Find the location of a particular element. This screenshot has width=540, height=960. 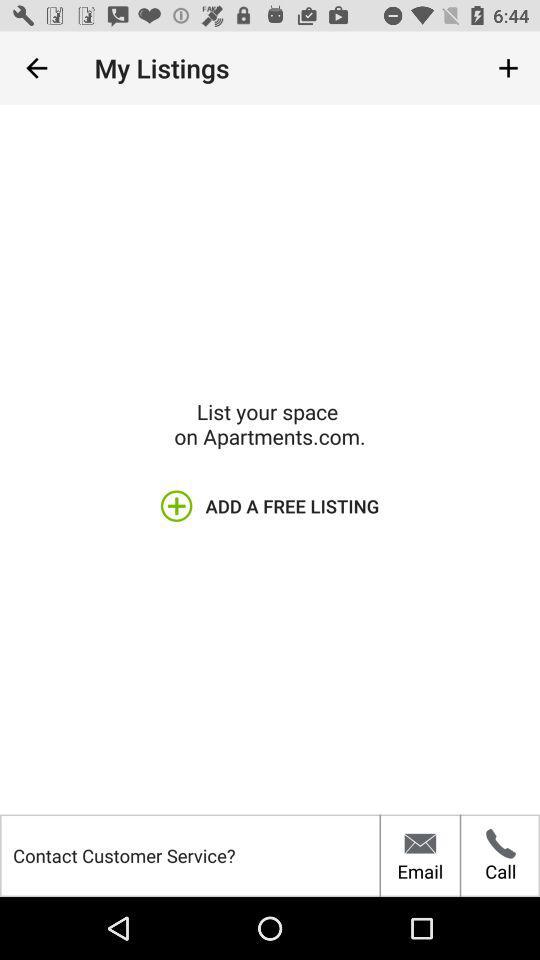

icon above the contact customer service? is located at coordinates (270, 505).